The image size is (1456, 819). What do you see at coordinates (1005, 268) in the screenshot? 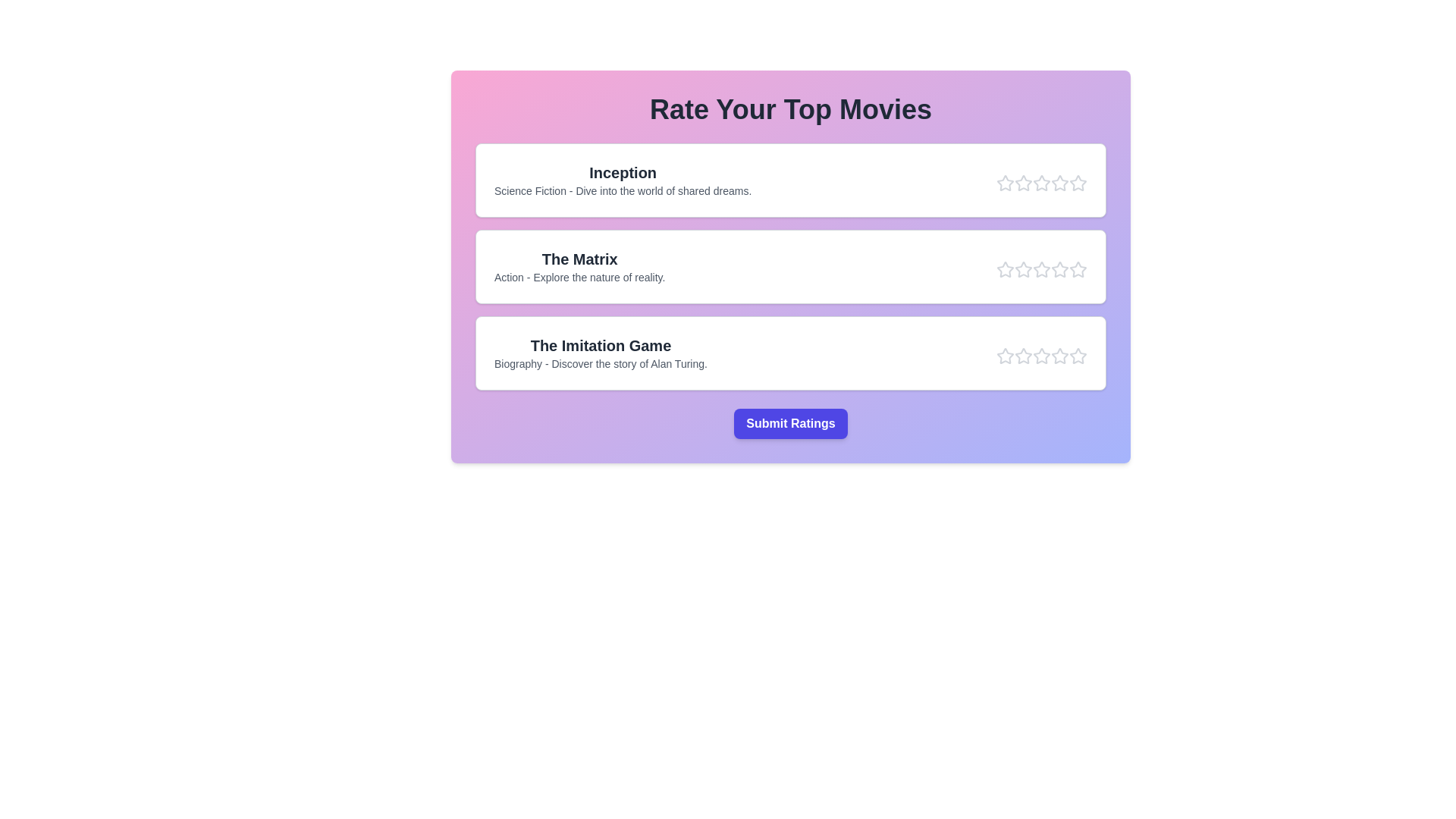
I see `the star corresponding to the rating 1 for the movie The Matrix` at bounding box center [1005, 268].